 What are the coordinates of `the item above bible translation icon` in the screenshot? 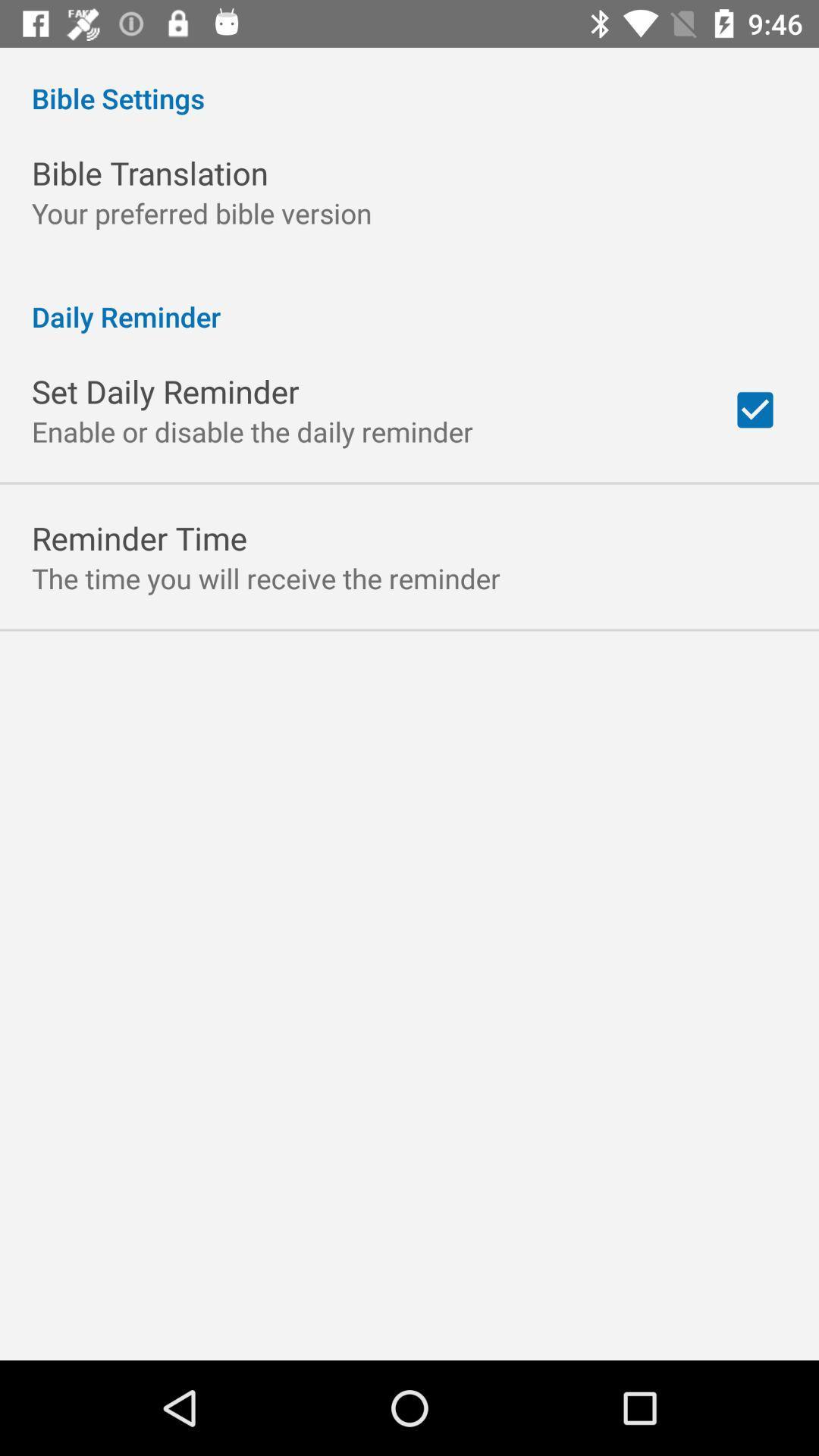 It's located at (409, 81).